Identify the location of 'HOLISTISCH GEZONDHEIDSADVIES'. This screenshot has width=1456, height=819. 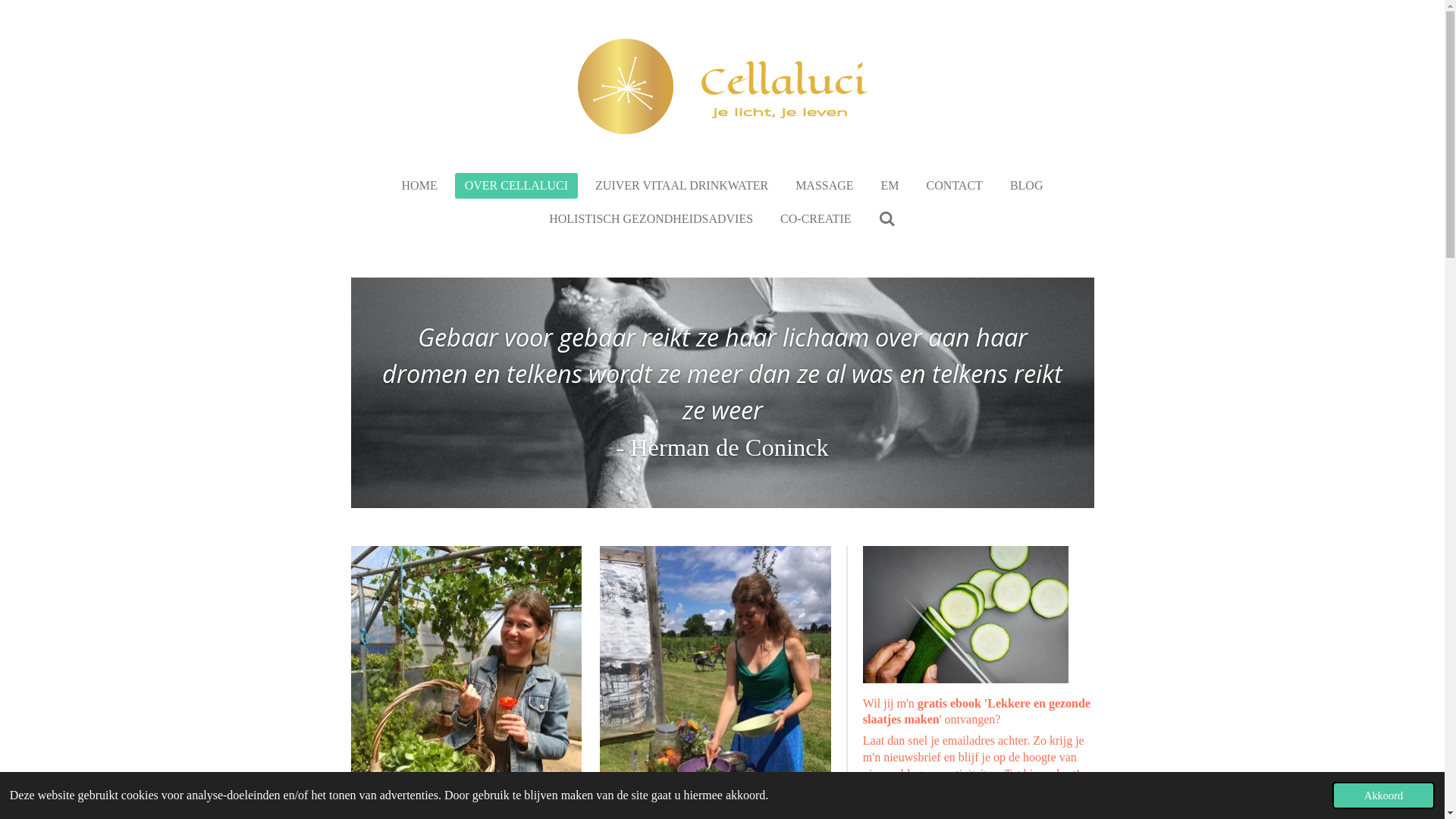
(651, 219).